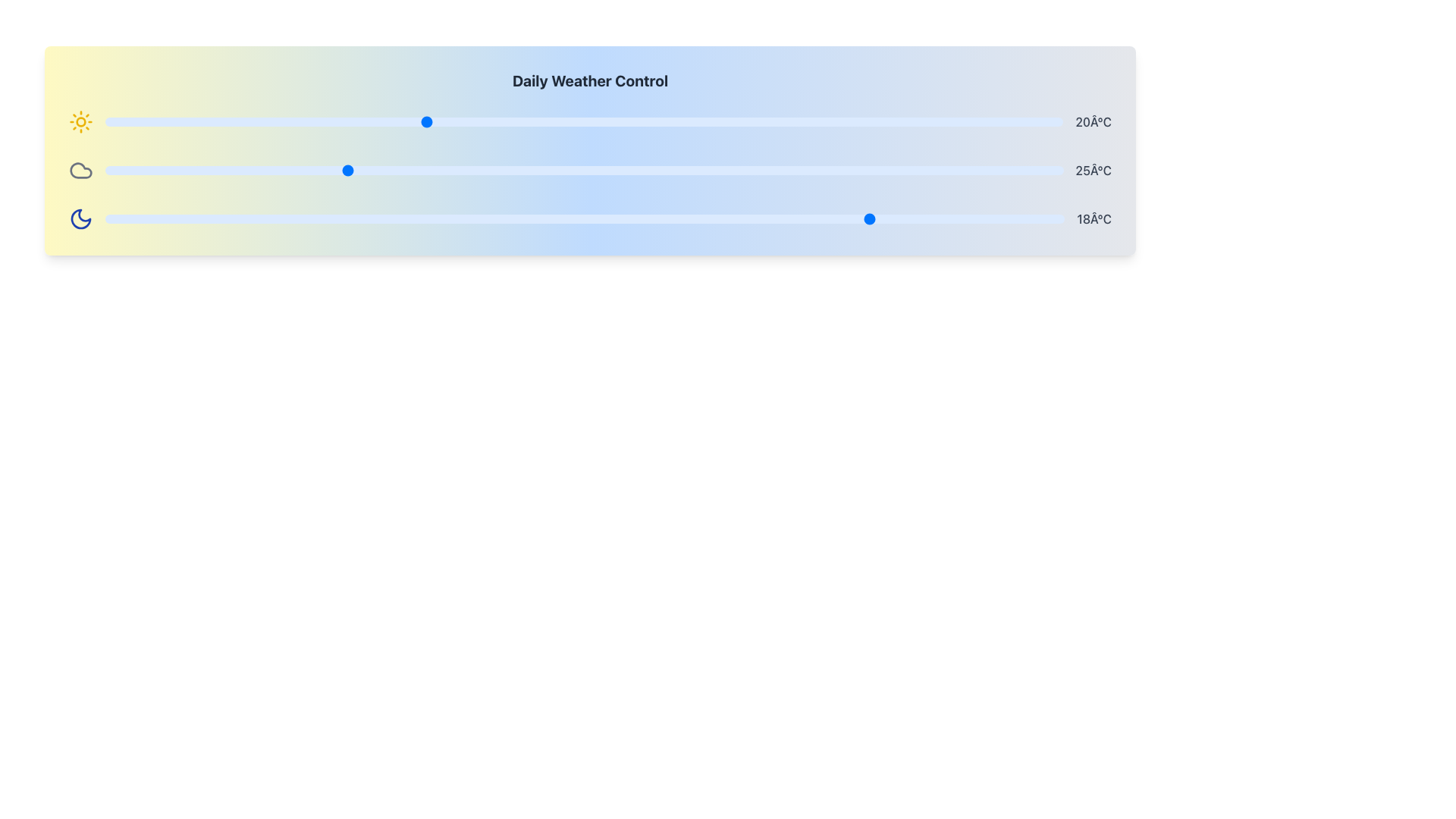 Image resolution: width=1456 pixels, height=819 pixels. I want to click on the slider value, so click(823, 170).